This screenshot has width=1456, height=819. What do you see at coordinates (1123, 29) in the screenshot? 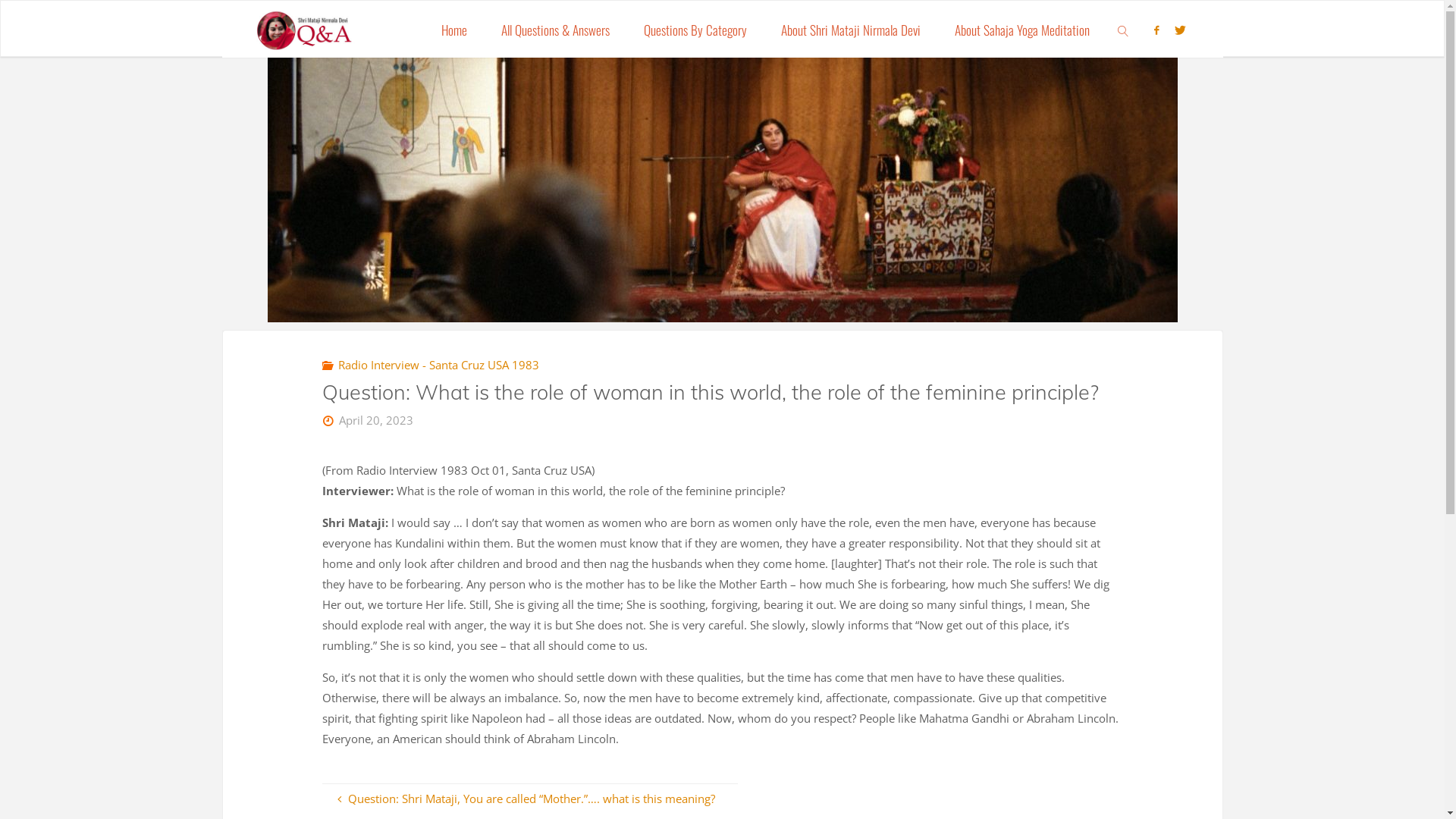
I see `'Search'` at bounding box center [1123, 29].